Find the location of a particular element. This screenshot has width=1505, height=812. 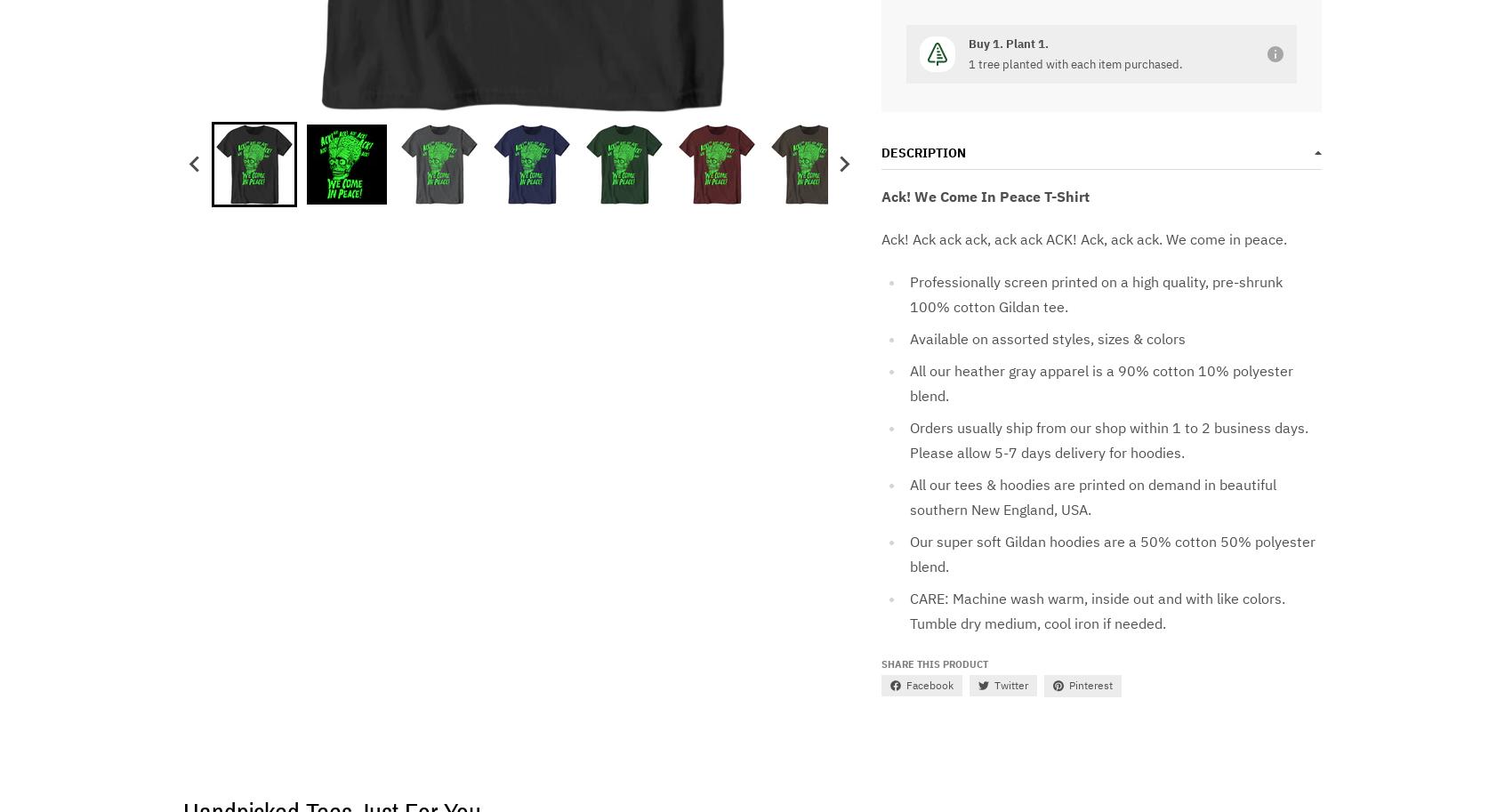

'Buy 1. Plant 1.' is located at coordinates (1006, 42).